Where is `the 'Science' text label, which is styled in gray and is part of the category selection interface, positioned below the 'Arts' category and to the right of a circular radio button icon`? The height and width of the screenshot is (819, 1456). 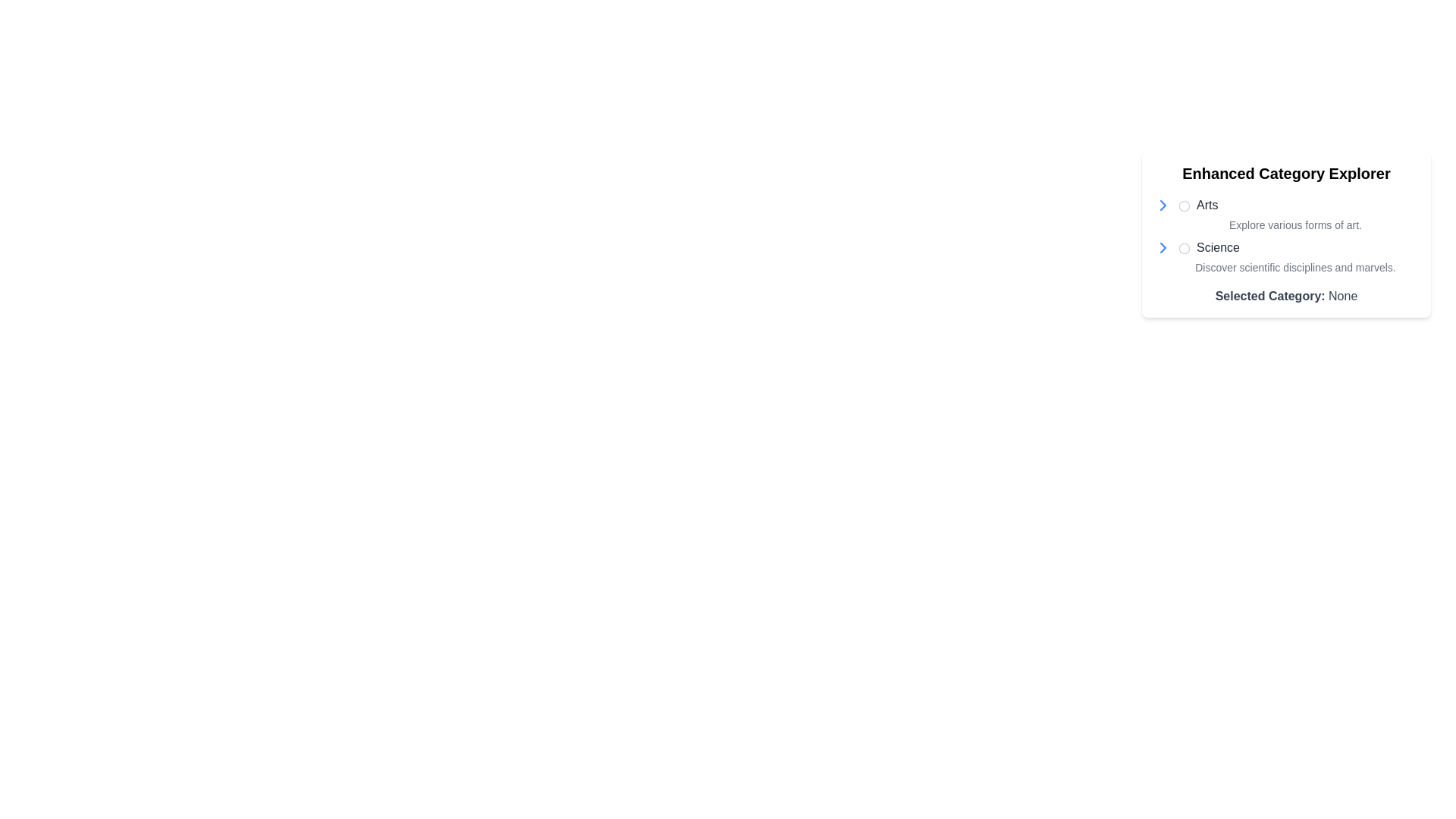 the 'Science' text label, which is styled in gray and is part of the category selection interface, positioned below the 'Arts' category and to the right of a circular radio button icon is located at coordinates (1218, 246).